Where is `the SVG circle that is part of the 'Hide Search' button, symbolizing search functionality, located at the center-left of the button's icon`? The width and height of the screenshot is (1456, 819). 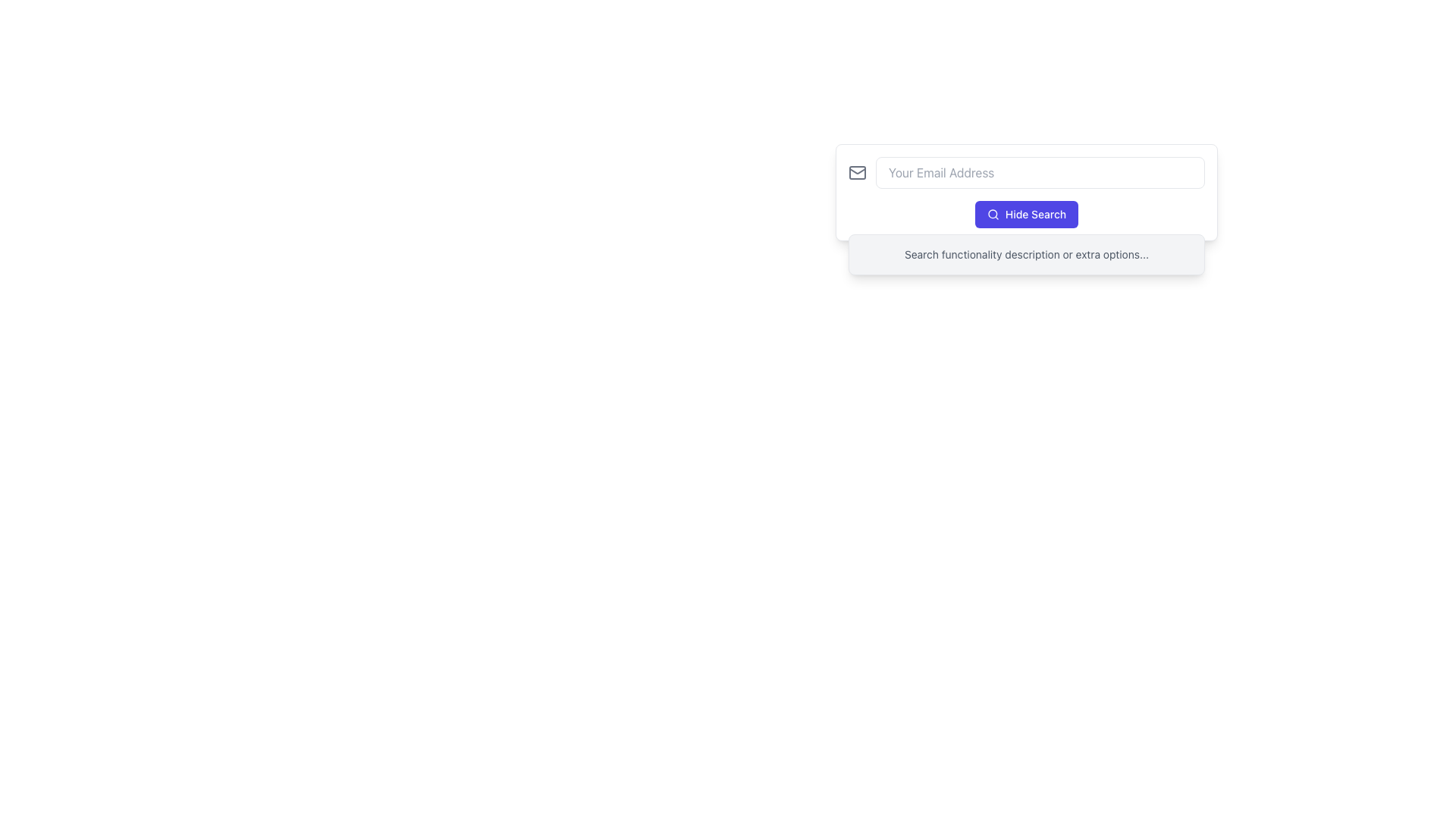 the SVG circle that is part of the 'Hide Search' button, symbolizing search functionality, located at the center-left of the button's icon is located at coordinates (993, 214).